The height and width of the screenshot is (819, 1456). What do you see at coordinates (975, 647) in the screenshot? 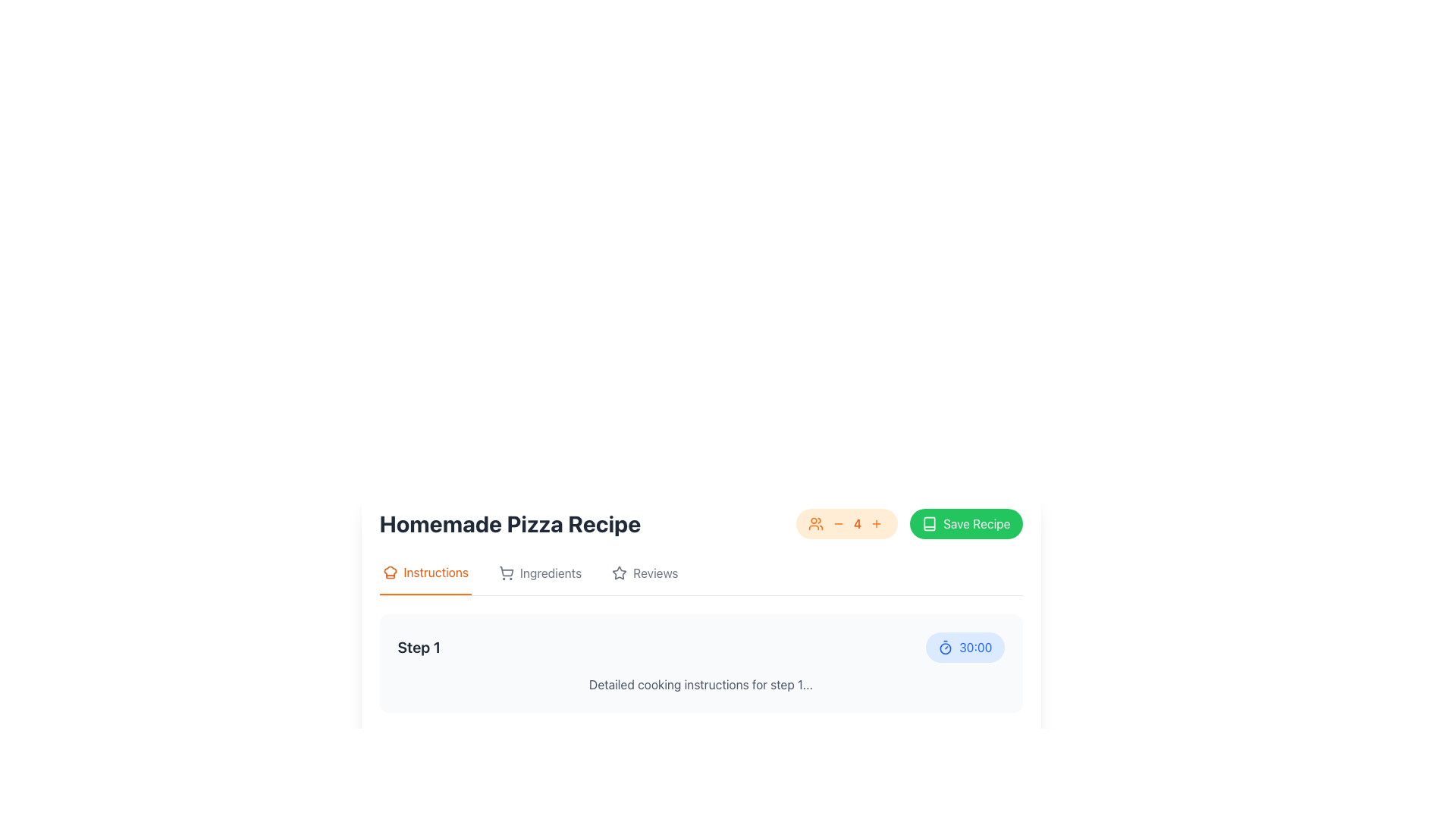
I see `displayed time from the blue text label '30:00' located in the bottom-right corner adjacent to the timer icon` at bounding box center [975, 647].